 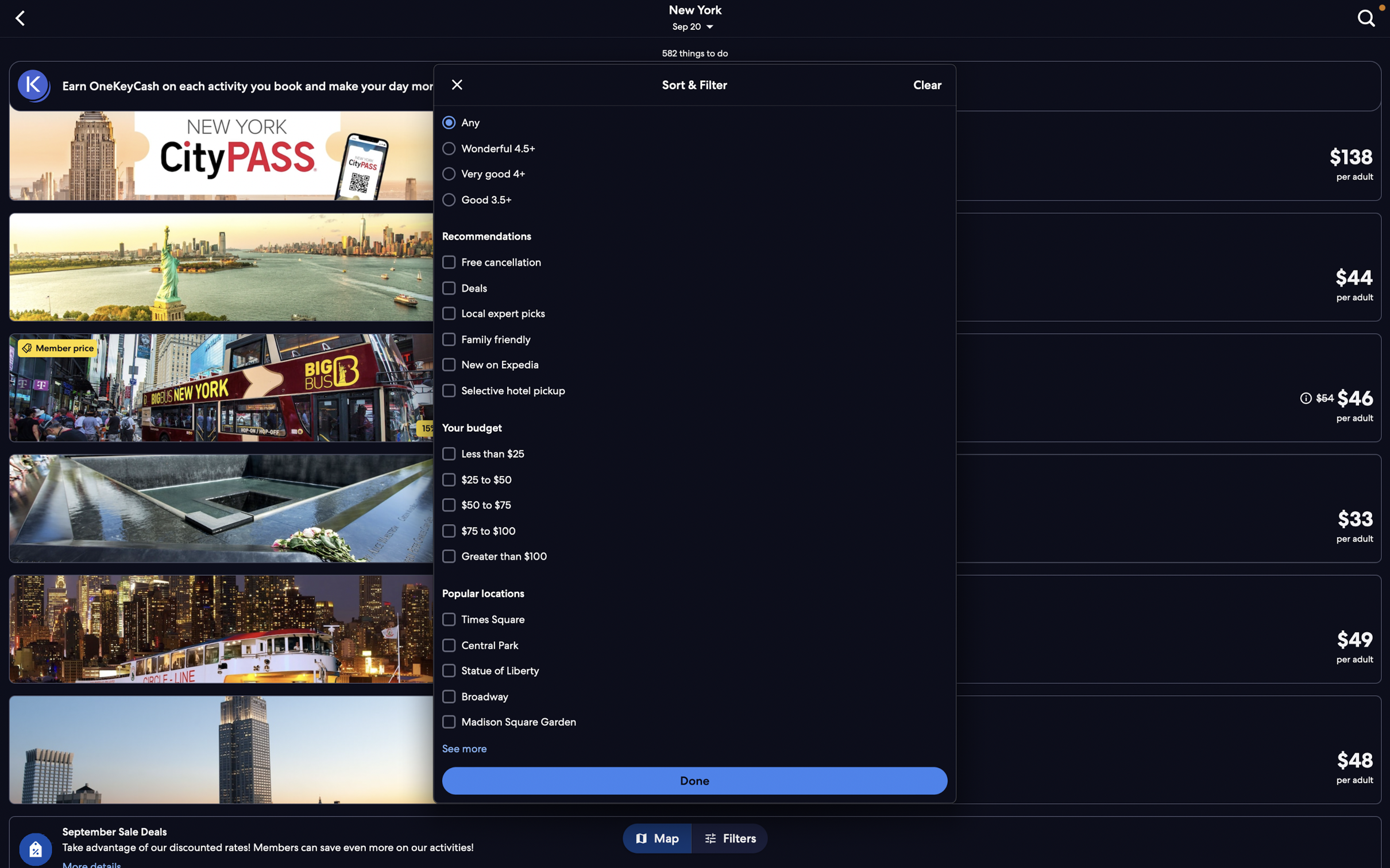 What do you see at coordinates (693, 174) in the screenshot?
I see `Extract locations with a rating over 4` at bounding box center [693, 174].